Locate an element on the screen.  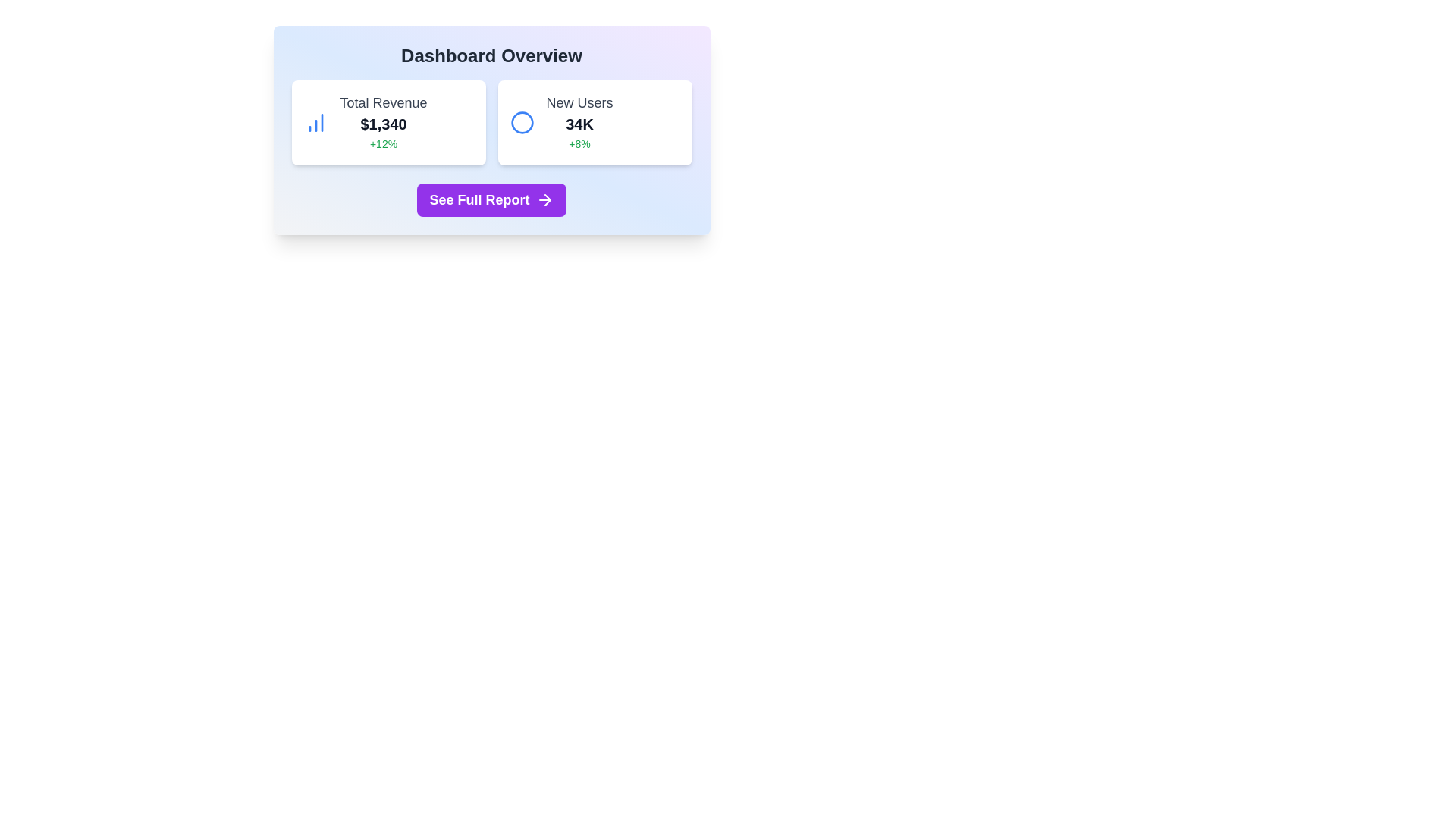
the static informational text element displaying the percentage increase indicator located at the bottom right of the 'New Users' section is located at coordinates (579, 143).